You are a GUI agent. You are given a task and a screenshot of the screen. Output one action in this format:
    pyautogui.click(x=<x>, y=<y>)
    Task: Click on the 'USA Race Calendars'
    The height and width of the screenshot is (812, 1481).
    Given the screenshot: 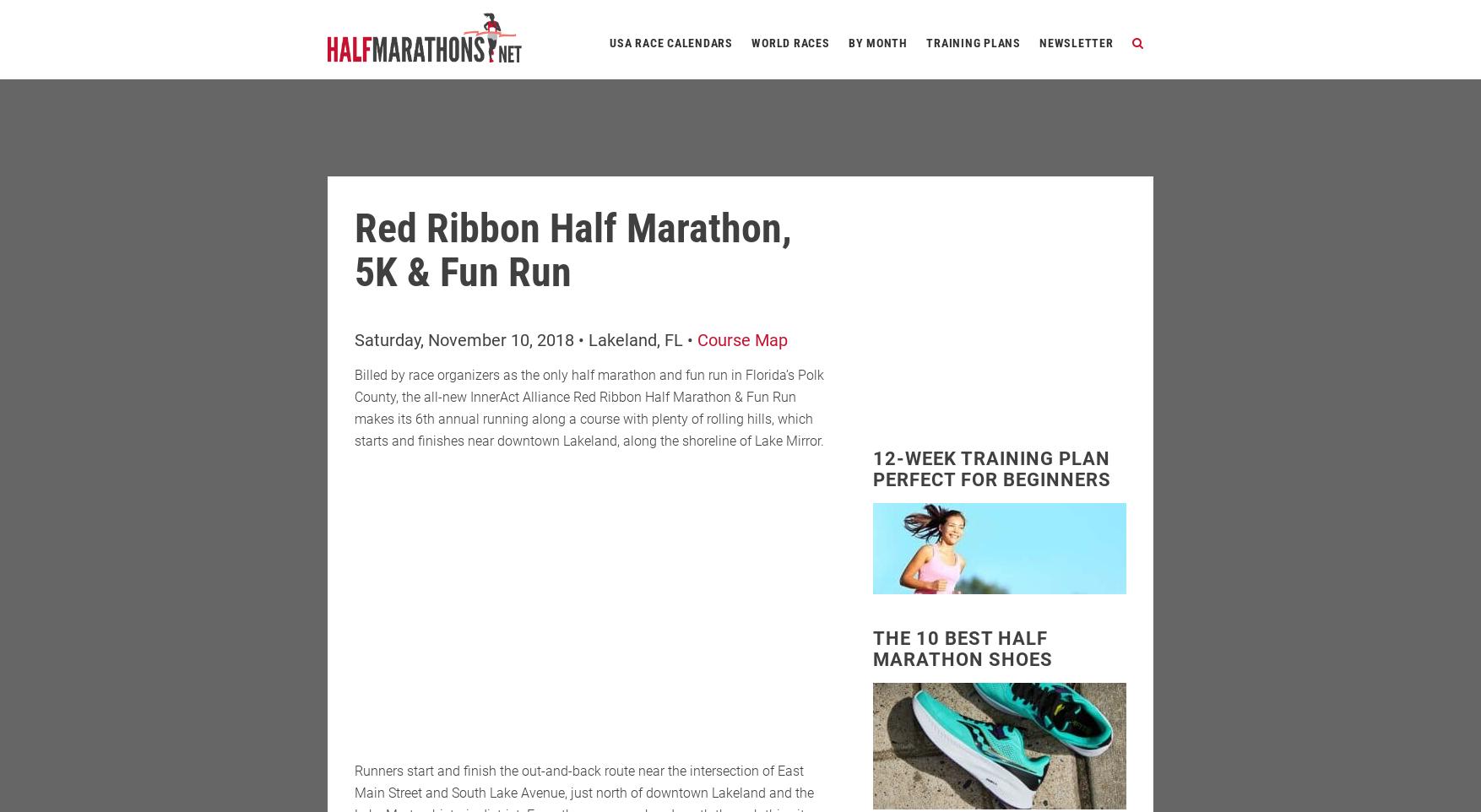 What is the action you would take?
    pyautogui.click(x=609, y=42)
    